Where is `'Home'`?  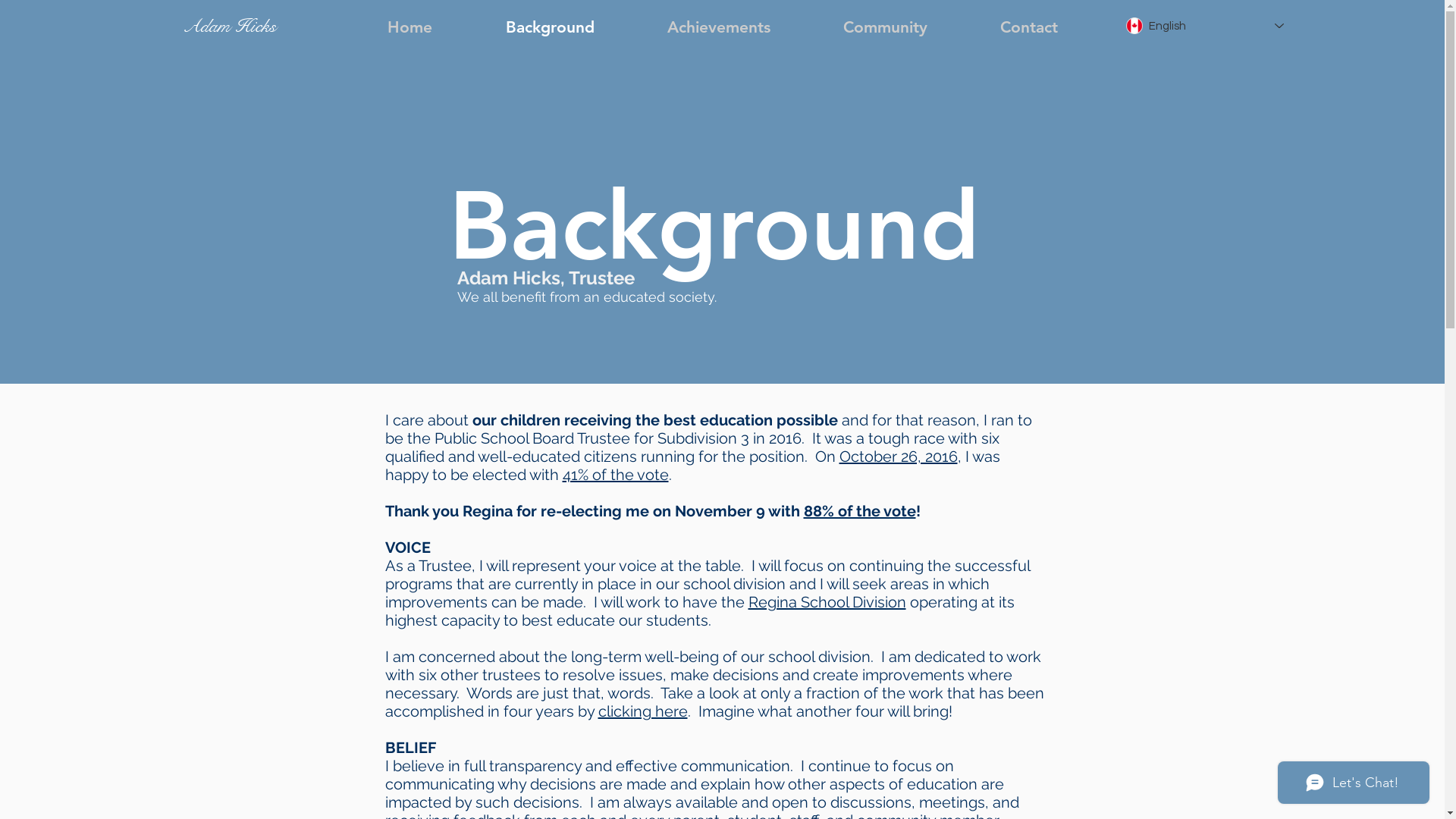 'Home' is located at coordinates (409, 27).